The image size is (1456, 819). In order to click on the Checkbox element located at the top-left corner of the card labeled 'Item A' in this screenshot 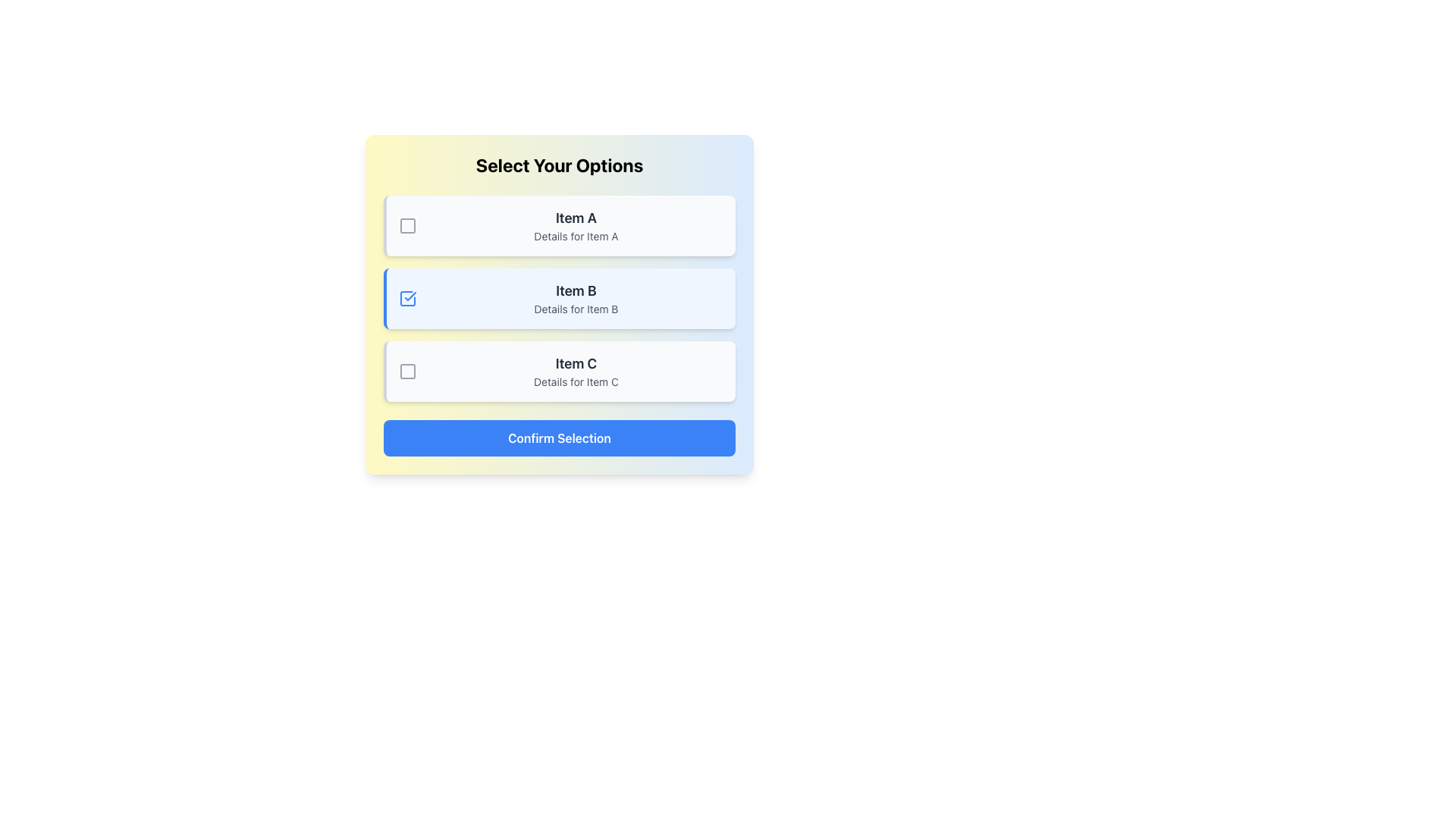, I will do `click(407, 225)`.